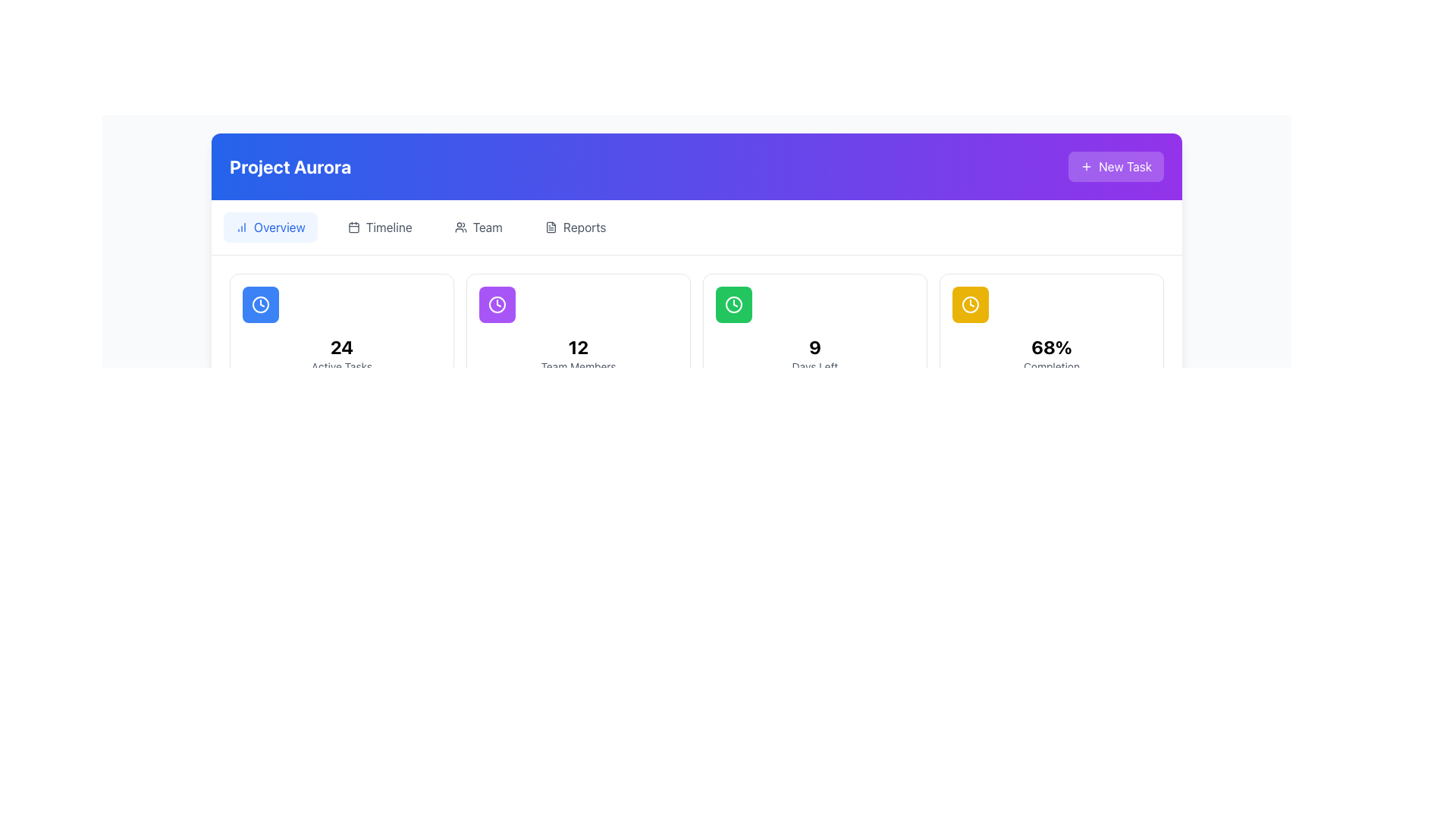 Image resolution: width=1456 pixels, height=819 pixels. I want to click on numeric value displayed as a bold numeral '9' in the third card of the horizontal sequence, which is located below the clock icon, so click(814, 347).